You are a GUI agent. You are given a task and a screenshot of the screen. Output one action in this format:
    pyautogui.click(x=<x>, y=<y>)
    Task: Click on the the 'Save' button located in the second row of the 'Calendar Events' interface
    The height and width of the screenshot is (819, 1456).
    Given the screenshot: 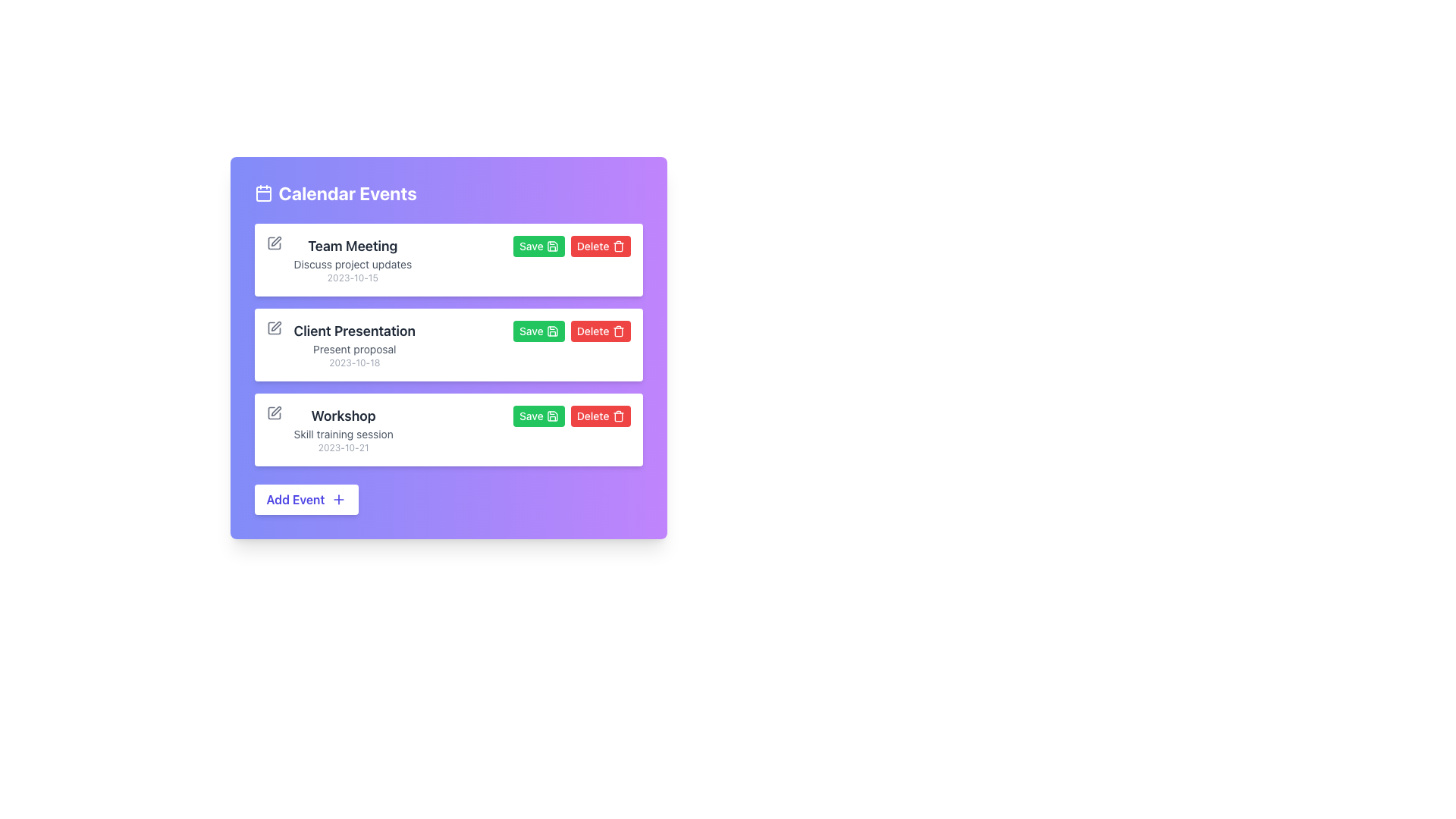 What is the action you would take?
    pyautogui.click(x=538, y=245)
    